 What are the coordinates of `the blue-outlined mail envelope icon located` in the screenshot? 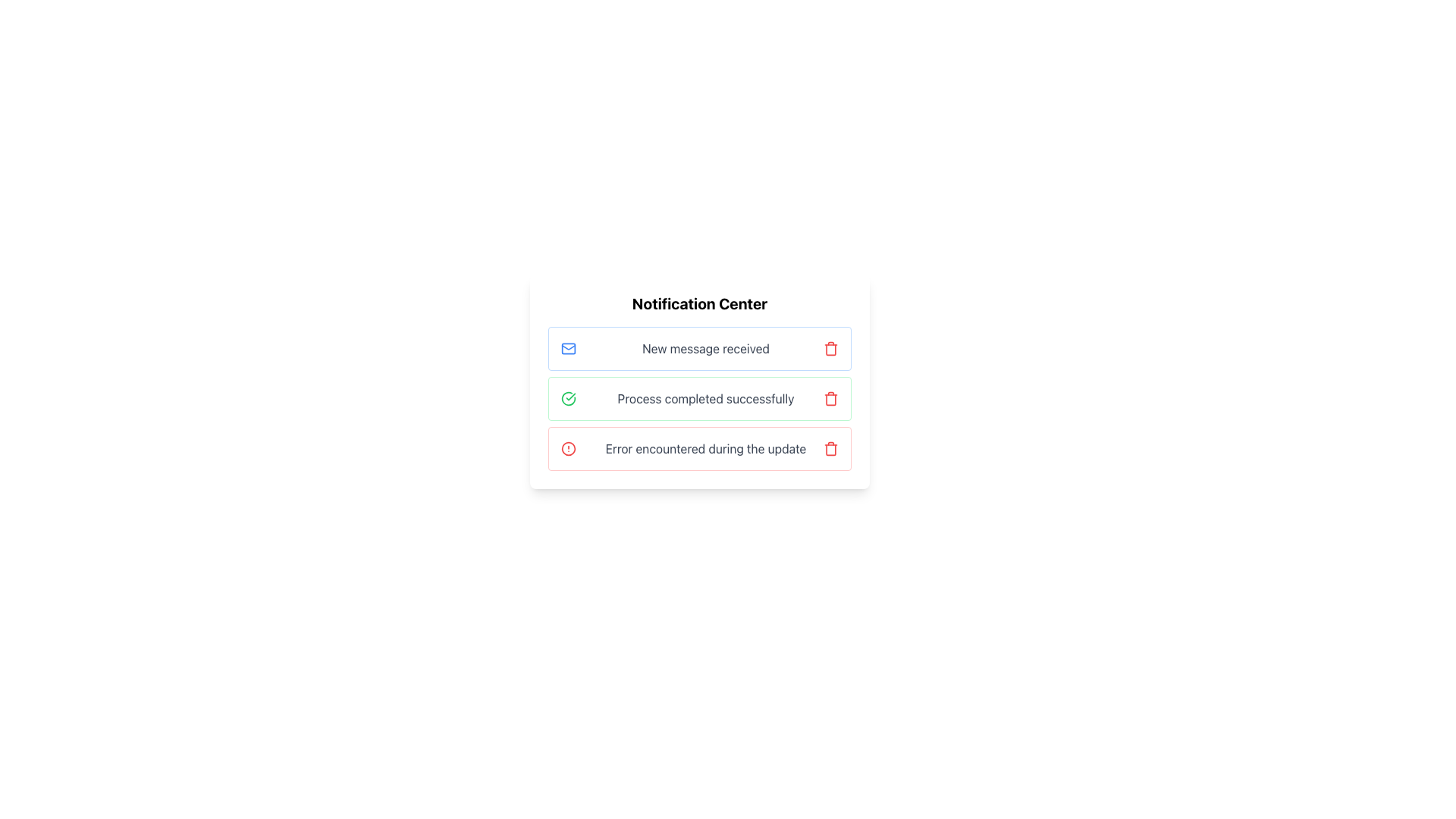 It's located at (567, 348).